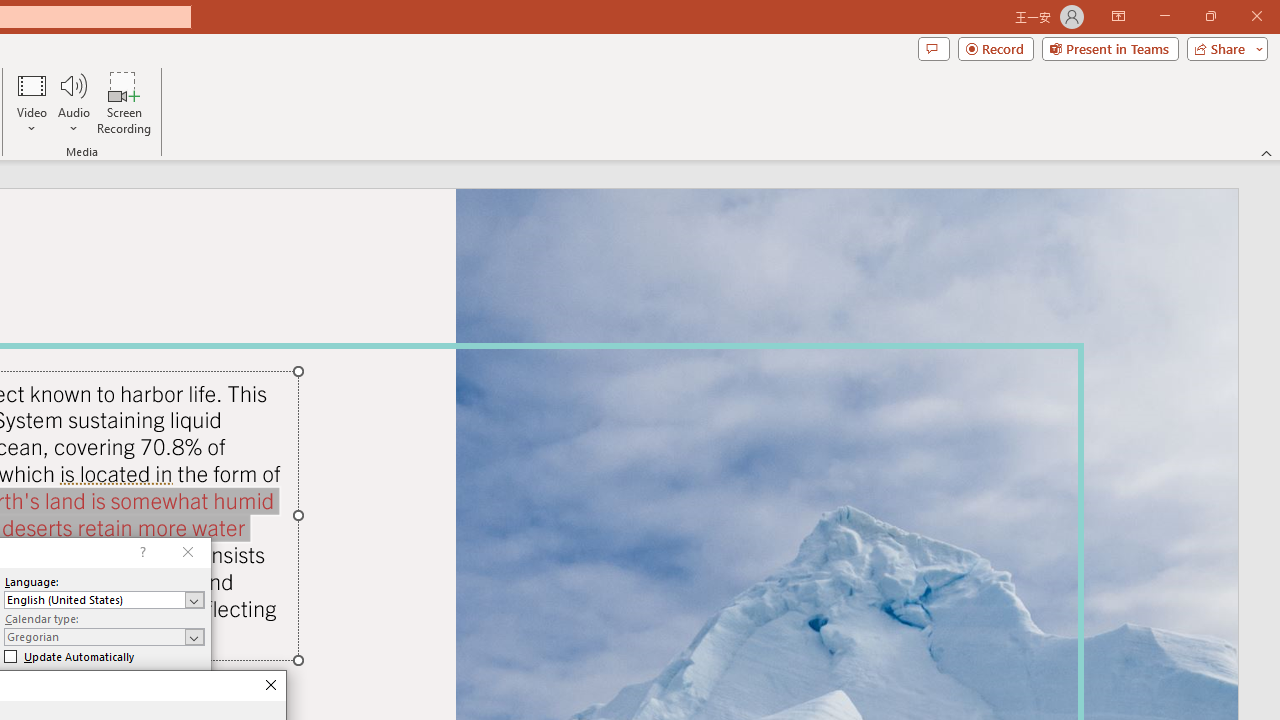 The image size is (1280, 720). What do you see at coordinates (103, 599) in the screenshot?
I see `'Language'` at bounding box center [103, 599].